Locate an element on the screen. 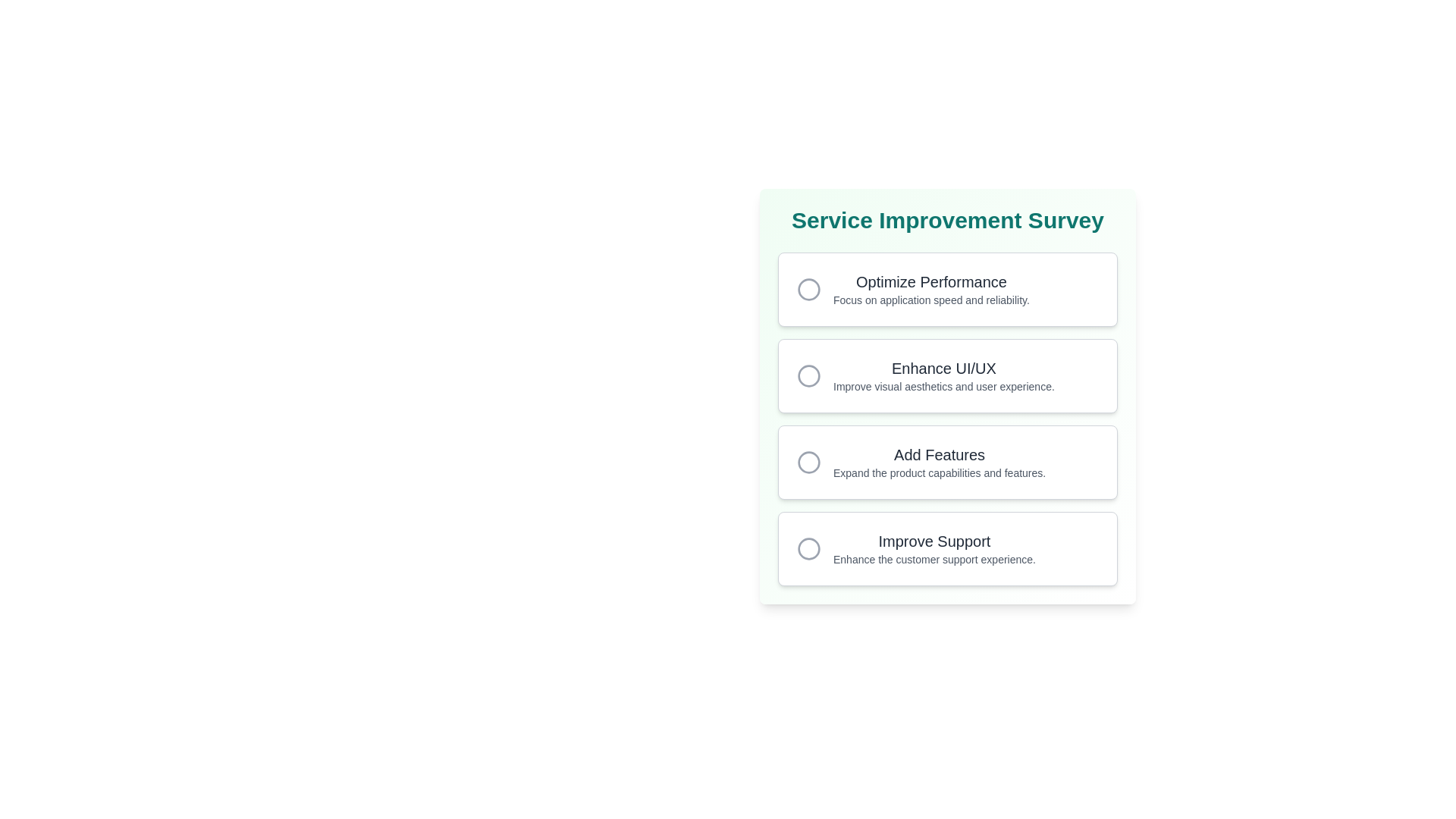 The image size is (1456, 819). the text label that says 'Enhance the customer support experience.' which is styled in gray color and located below the bold title in the 'Improve Support' section is located at coordinates (934, 559).